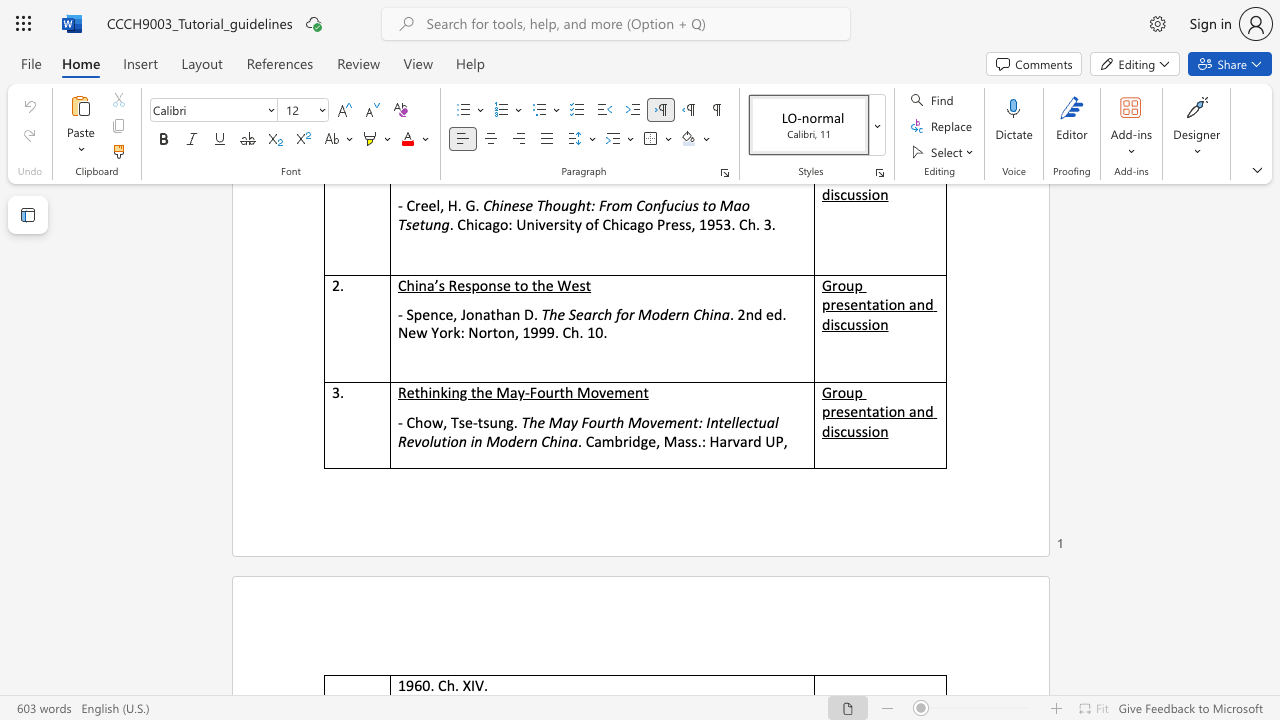 The width and height of the screenshot is (1280, 720). What do you see at coordinates (397, 684) in the screenshot?
I see `the subset text "1960. C" within the text "1960. Ch. XIV."` at bounding box center [397, 684].